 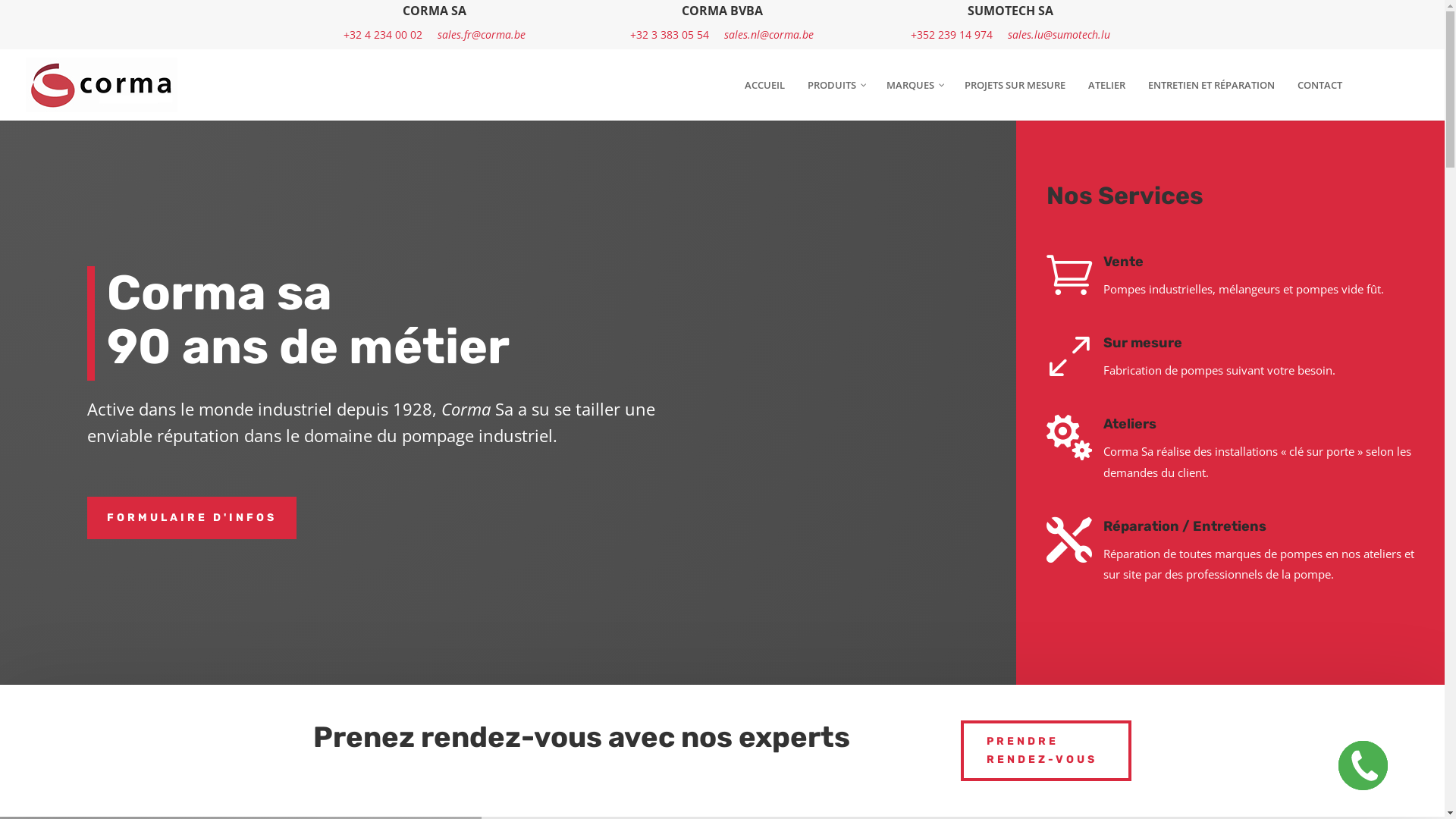 I want to click on 'sales.lu@sumotech.lu', so click(x=1008, y=34).